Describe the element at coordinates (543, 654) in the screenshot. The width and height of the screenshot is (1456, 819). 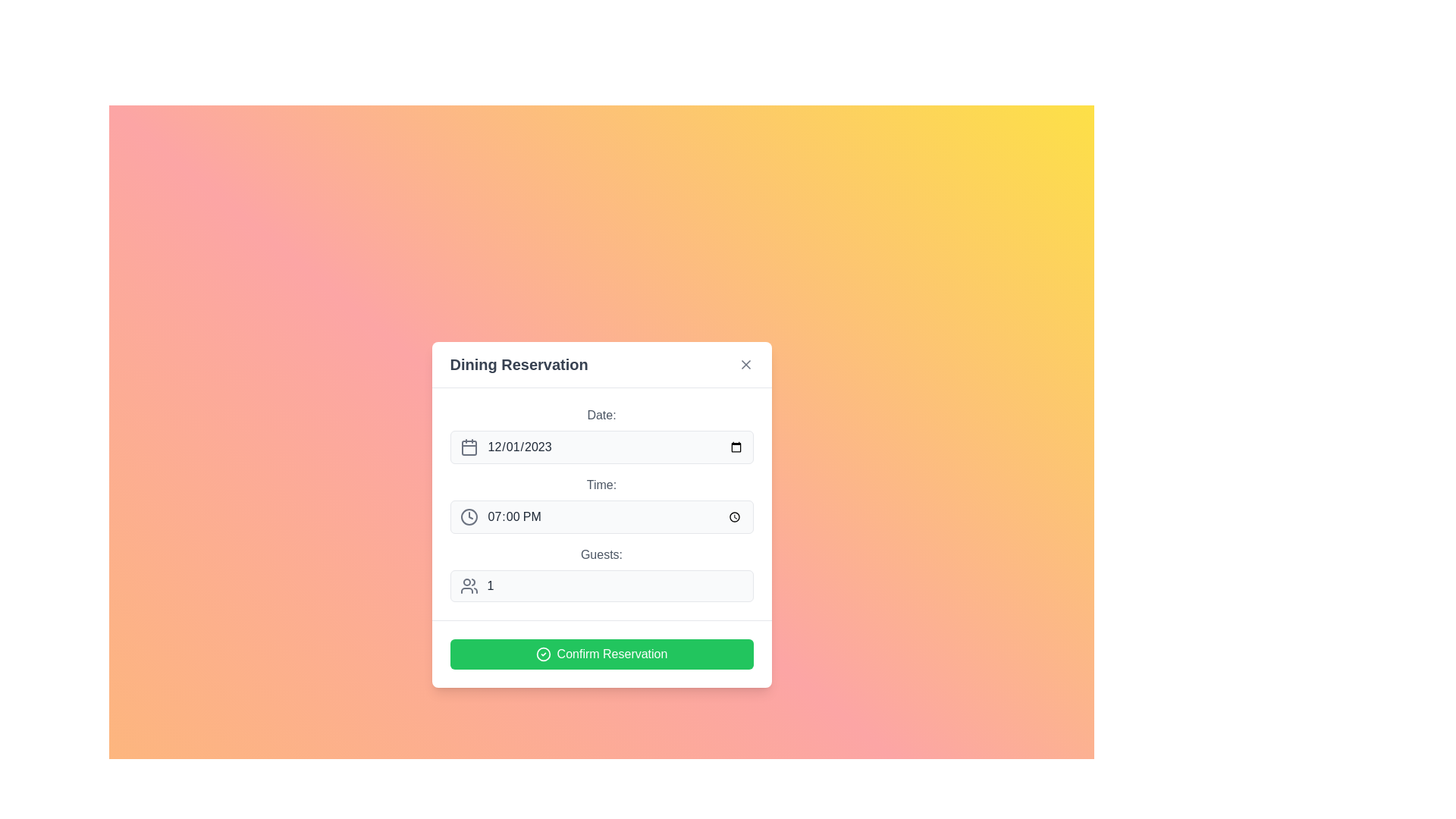
I see `the SVG circle representing part of the confirmation icon in the 'Confirm Reservation' button located in the lower part of the dialogue box` at that location.